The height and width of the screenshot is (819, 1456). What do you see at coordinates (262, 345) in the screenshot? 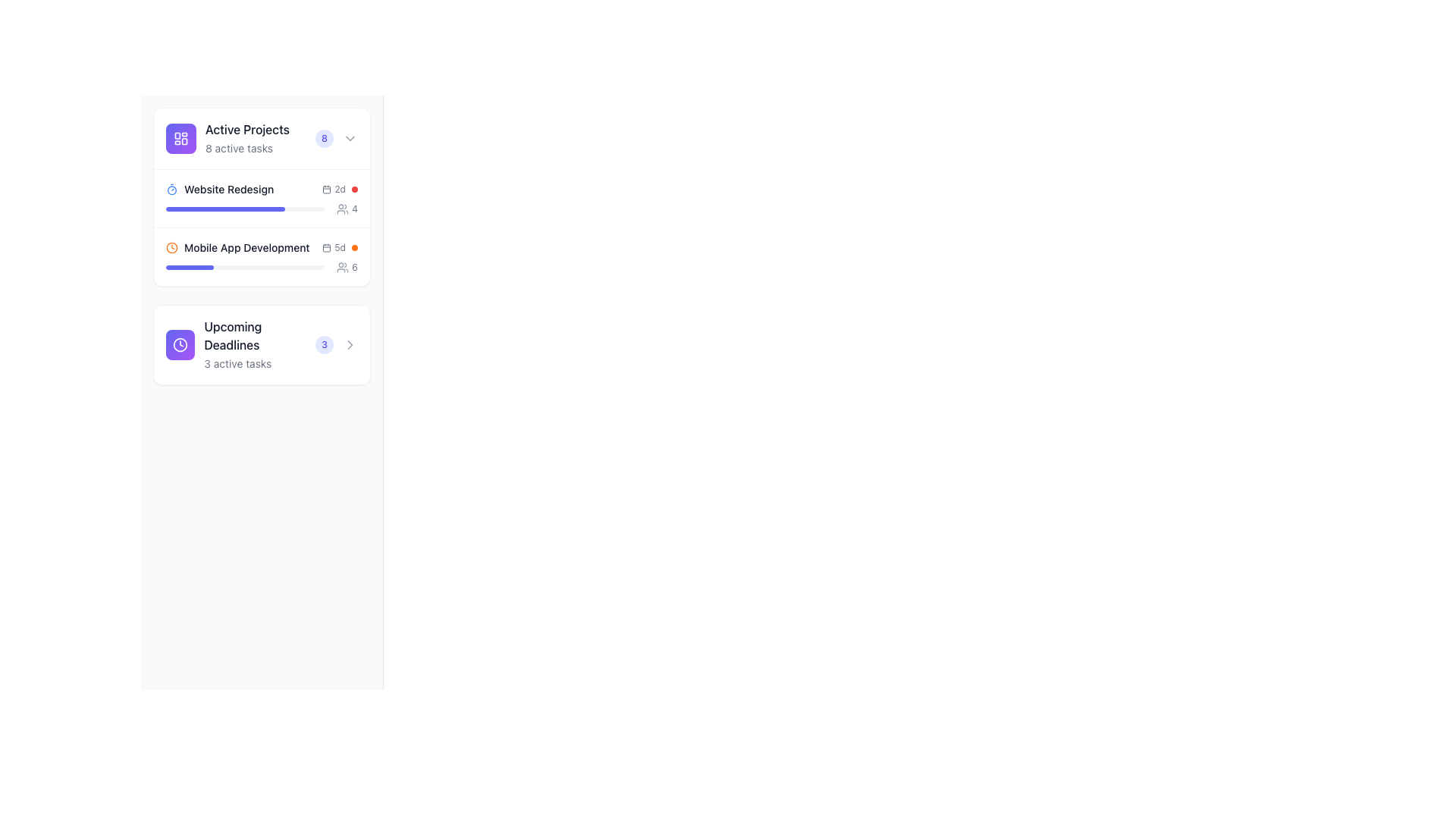
I see `the Overview card located in the Active Projects section, specifically the third card at the bottom of the list` at bounding box center [262, 345].